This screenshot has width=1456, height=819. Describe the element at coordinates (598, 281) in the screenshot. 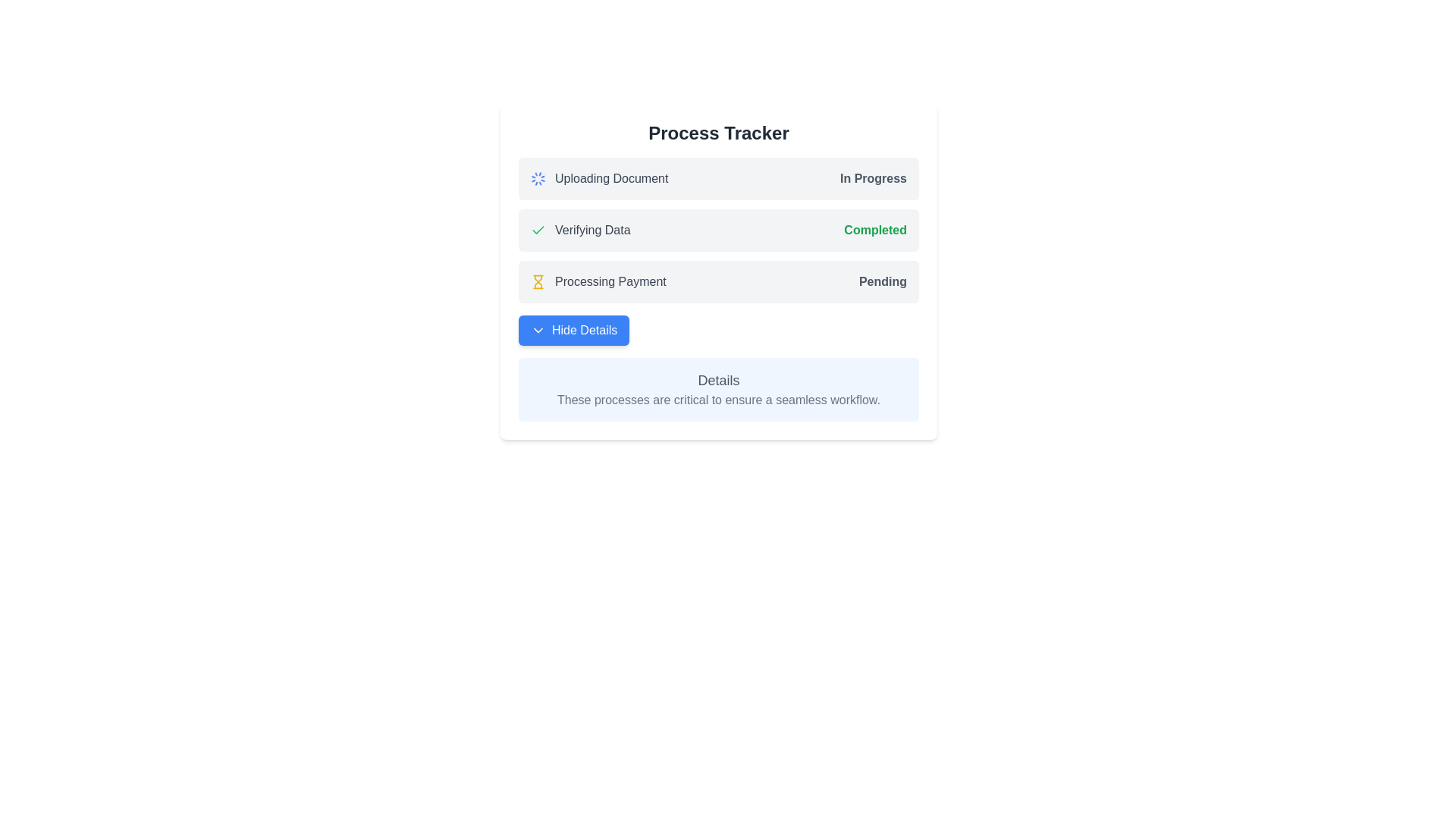

I see `the 'Processing Payment' text label with the hourglass icon, which is located in the third row of the 'Process Tracker' section` at that location.